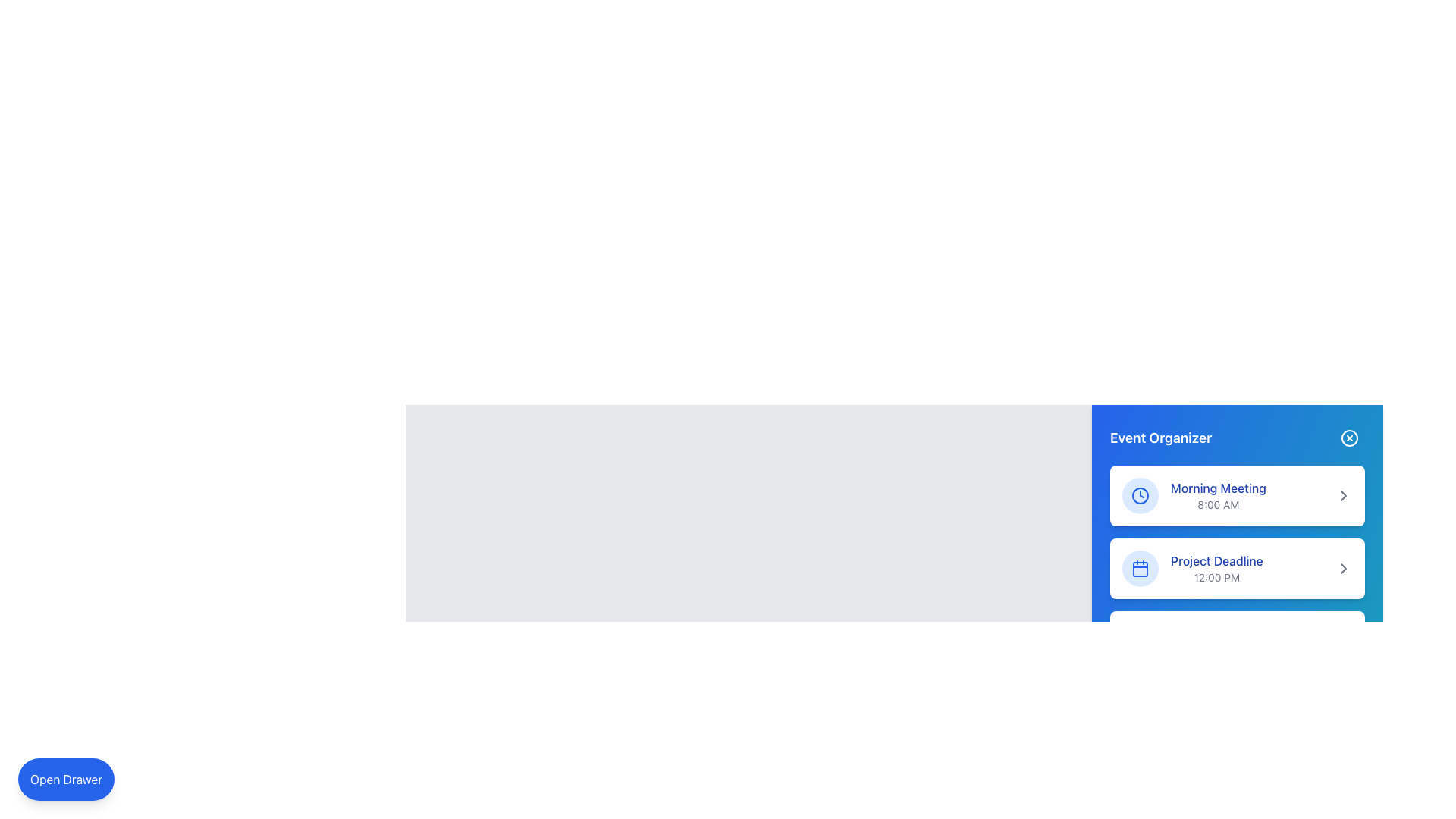 This screenshot has width=1456, height=819. What do you see at coordinates (1218, 488) in the screenshot?
I see `the title text element that identifies the first event in the schedule, located in the upper-right corner above the time text` at bounding box center [1218, 488].